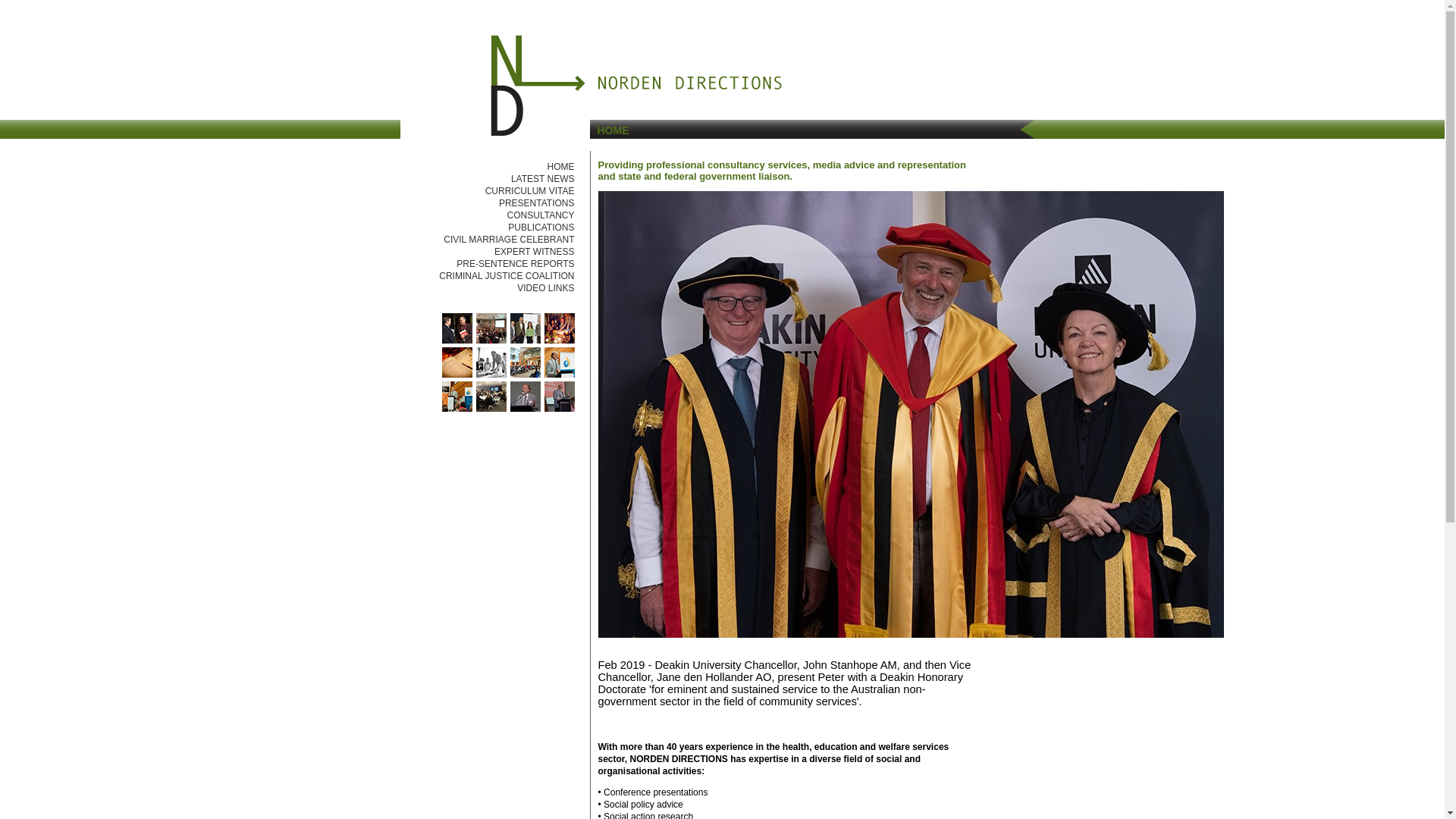 The image size is (1456, 819). I want to click on 'CRIMINAL JUSTICE COALITION', so click(506, 275).